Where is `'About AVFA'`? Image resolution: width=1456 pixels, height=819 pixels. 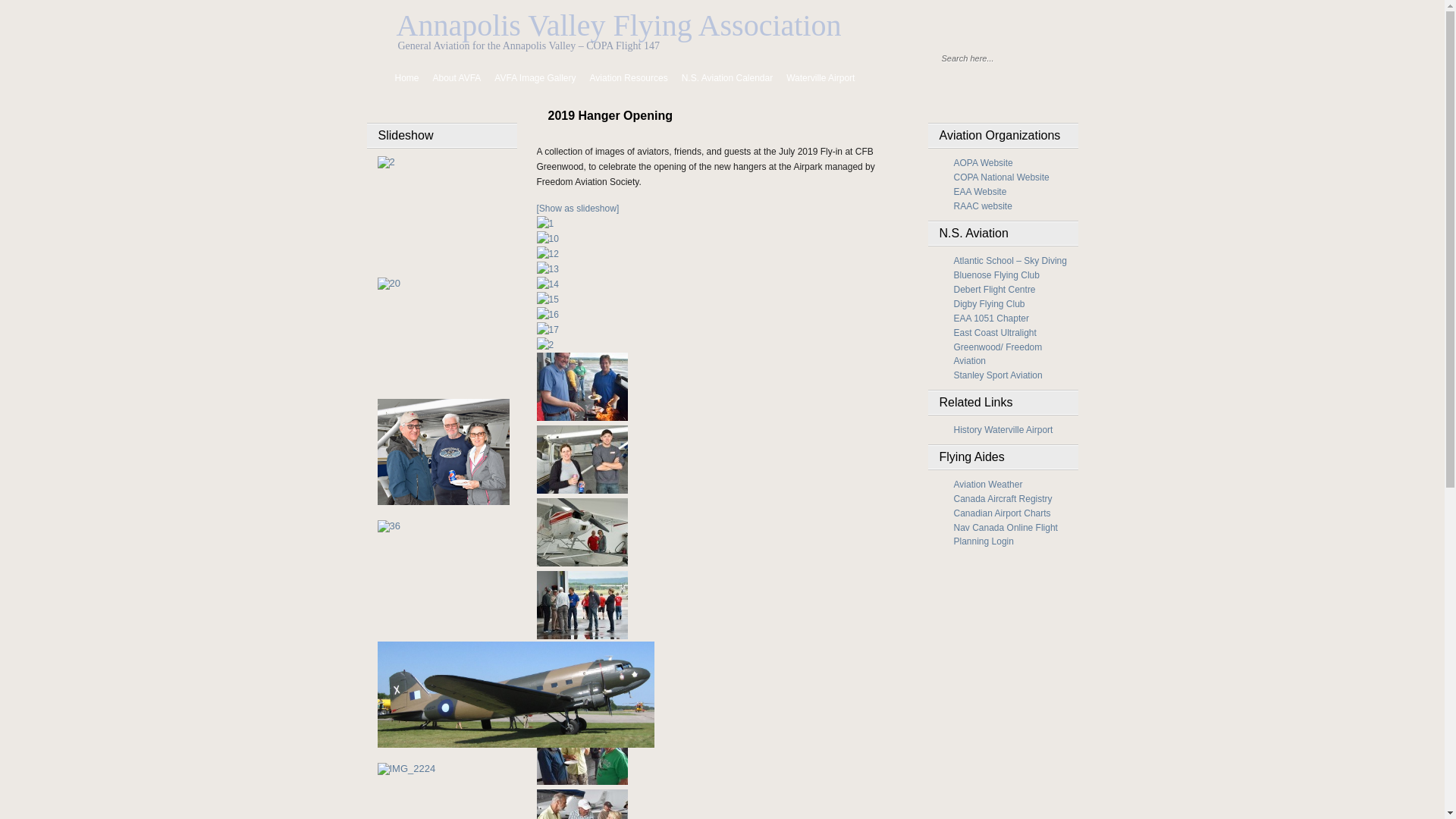 'About AVFA' is located at coordinates (457, 78).